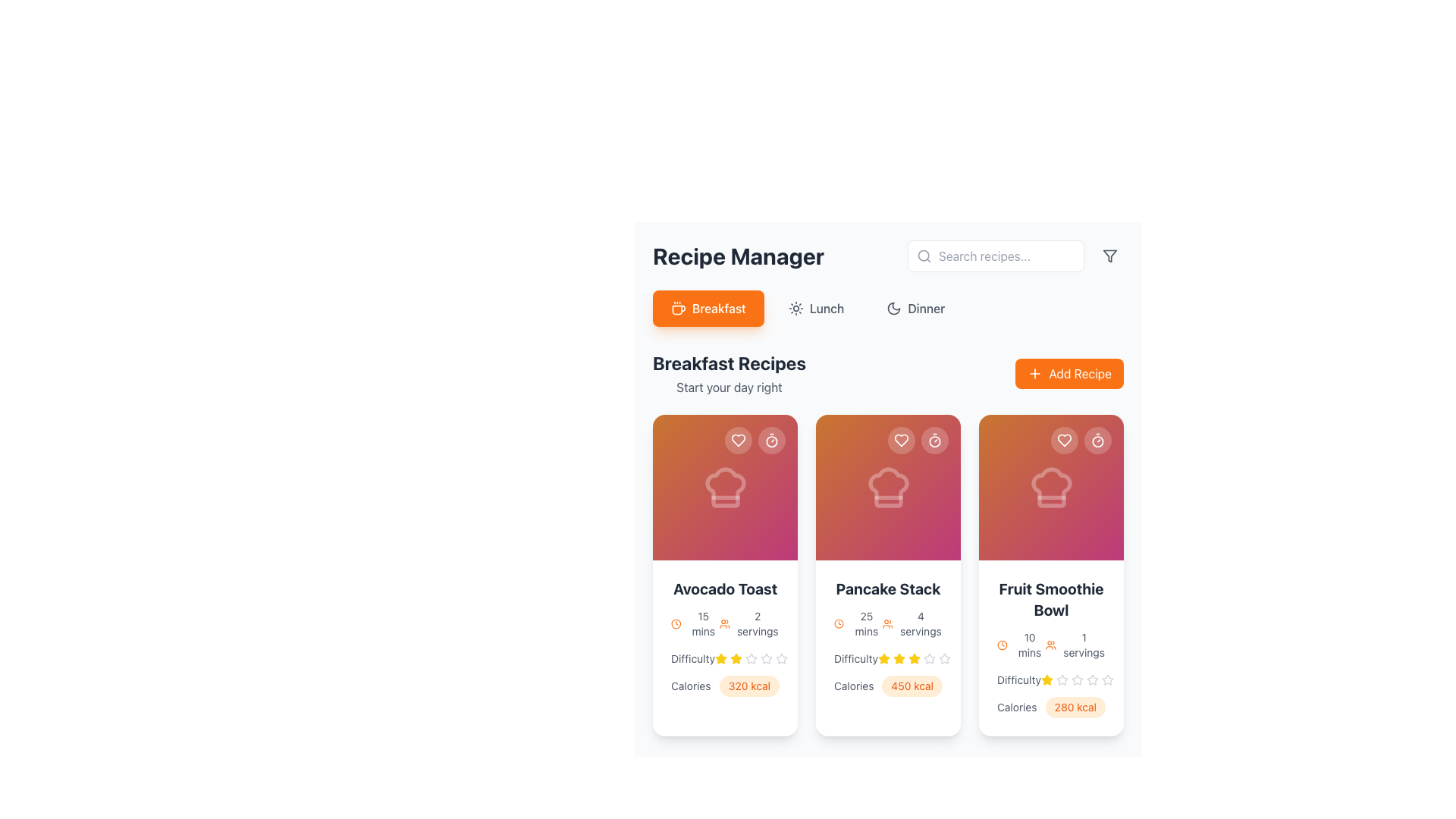 This screenshot has width=1456, height=819. I want to click on the servings icon located to the left of the text '1 servings' in the serving information section of the 'Fruit Smoothie Bowl' card, even though it is marked as not interactive, so click(1050, 645).